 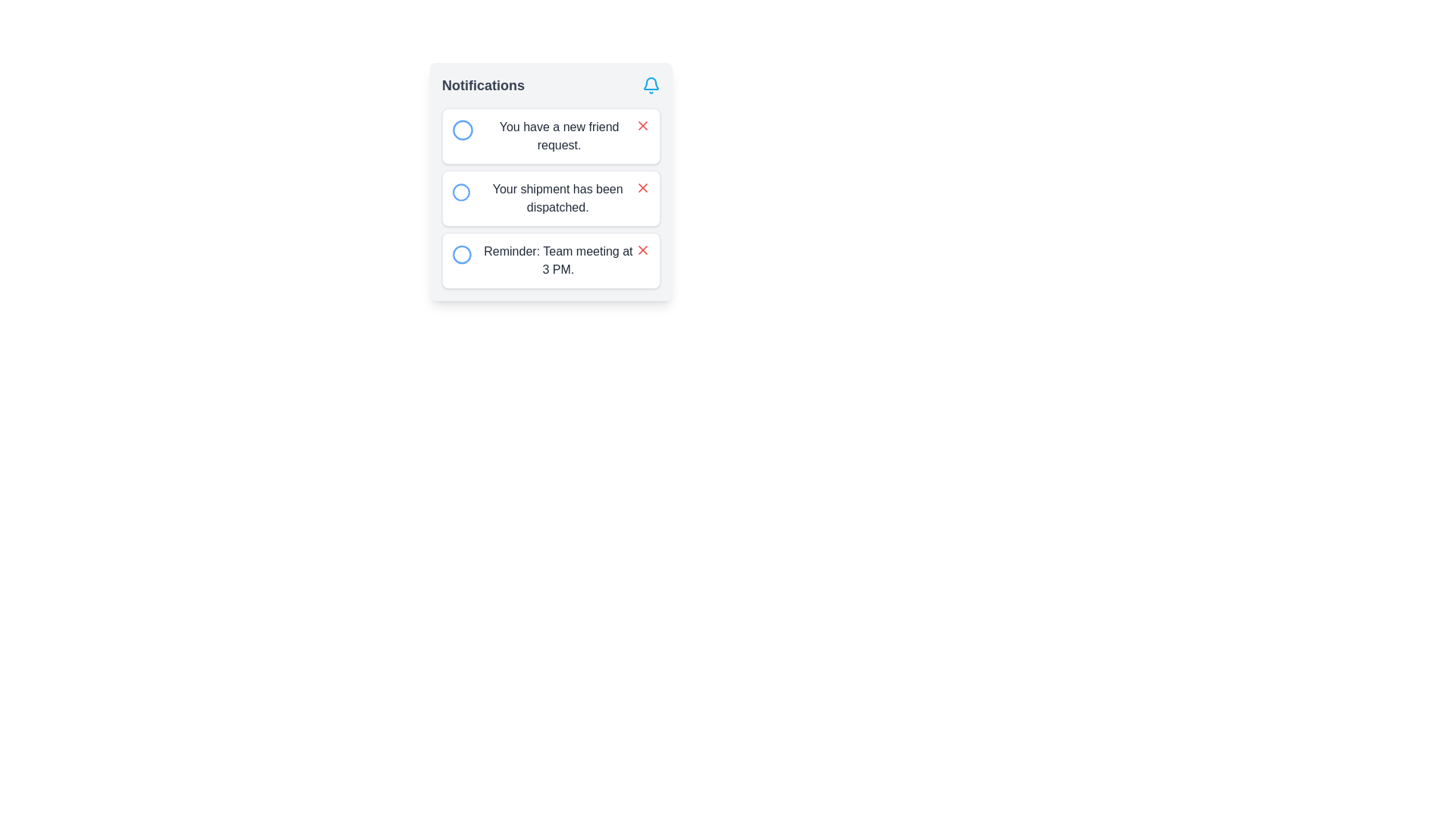 I want to click on reminder message displayed in the text content of the third notification card located towards the bottom of the notification panel, so click(x=557, y=259).